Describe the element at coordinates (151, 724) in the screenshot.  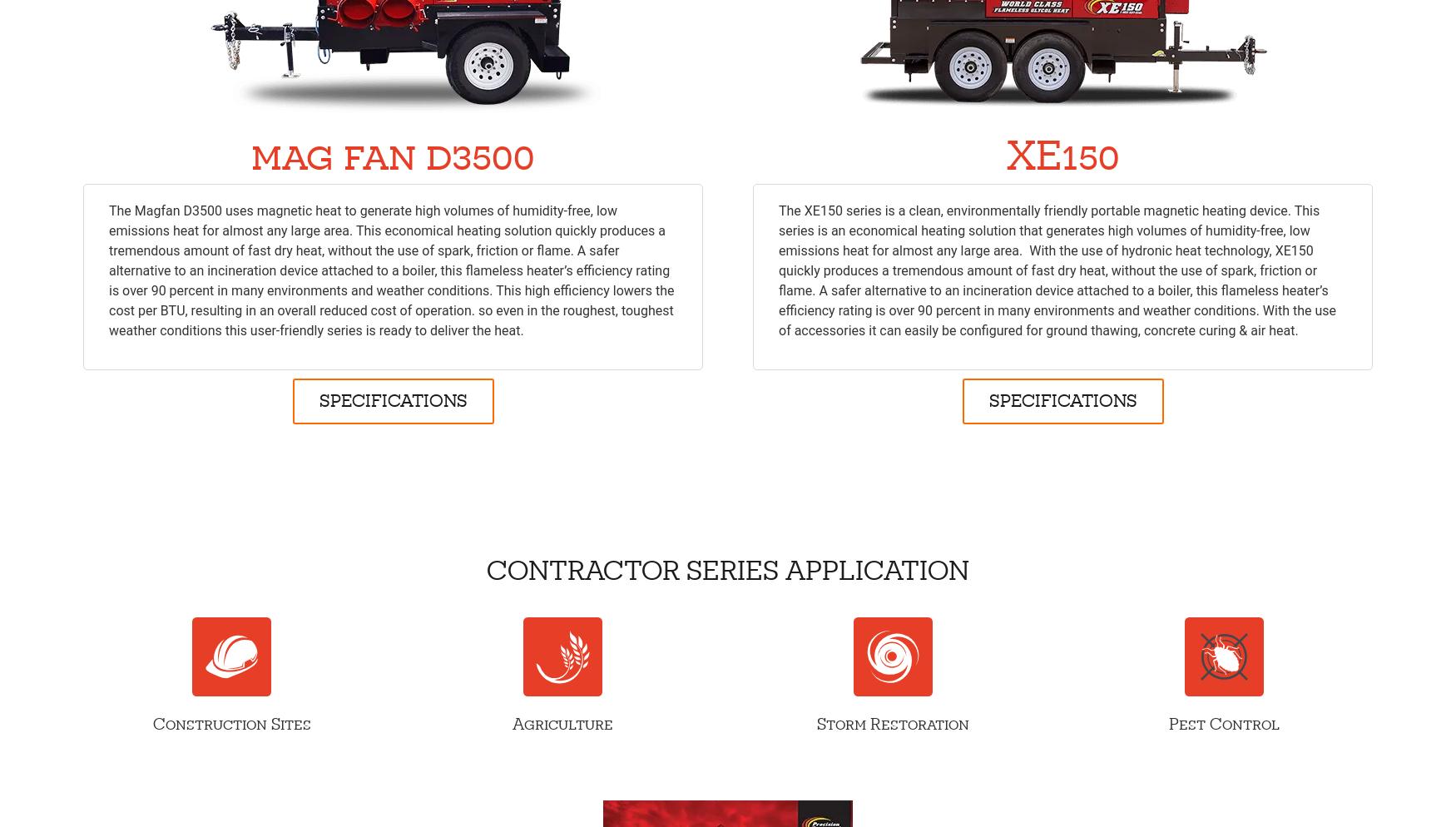
I see `'Construction Sites'` at that location.